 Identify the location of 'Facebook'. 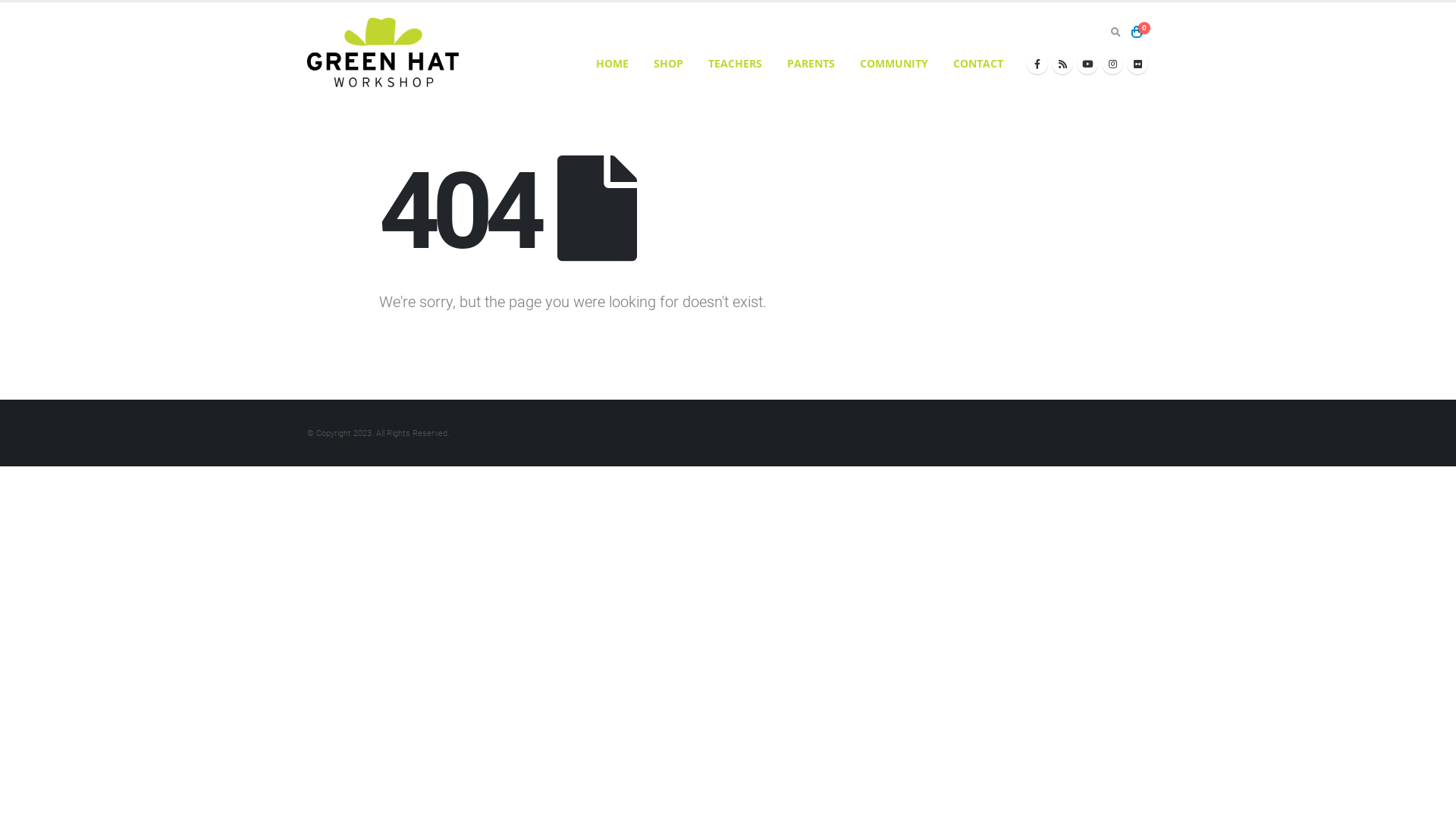
(1026, 63).